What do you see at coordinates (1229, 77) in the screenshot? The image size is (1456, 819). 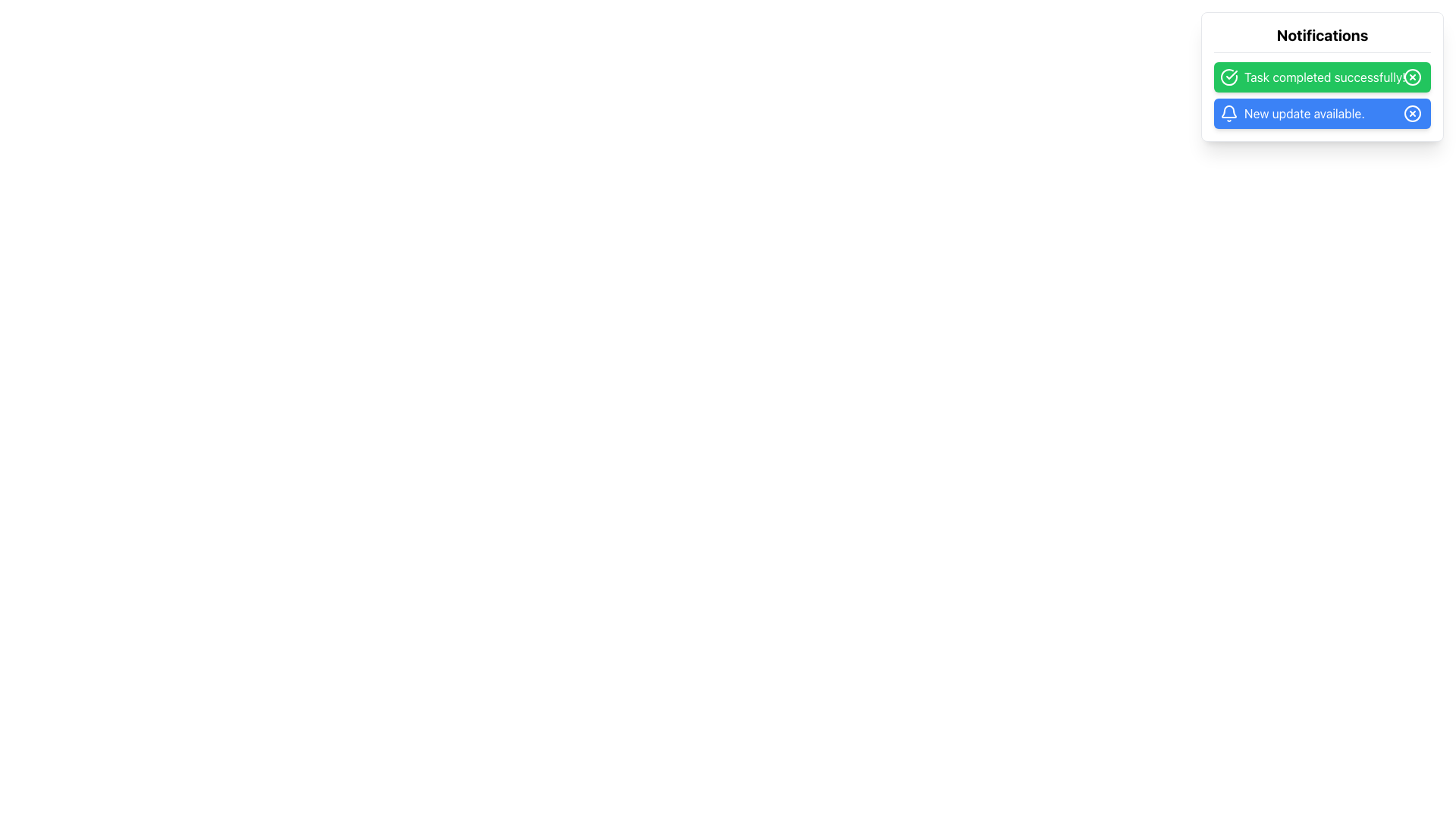 I see `the success icon located at the left edge of the green background area labeled 'Task completed successfully!' in the notification panel` at bounding box center [1229, 77].